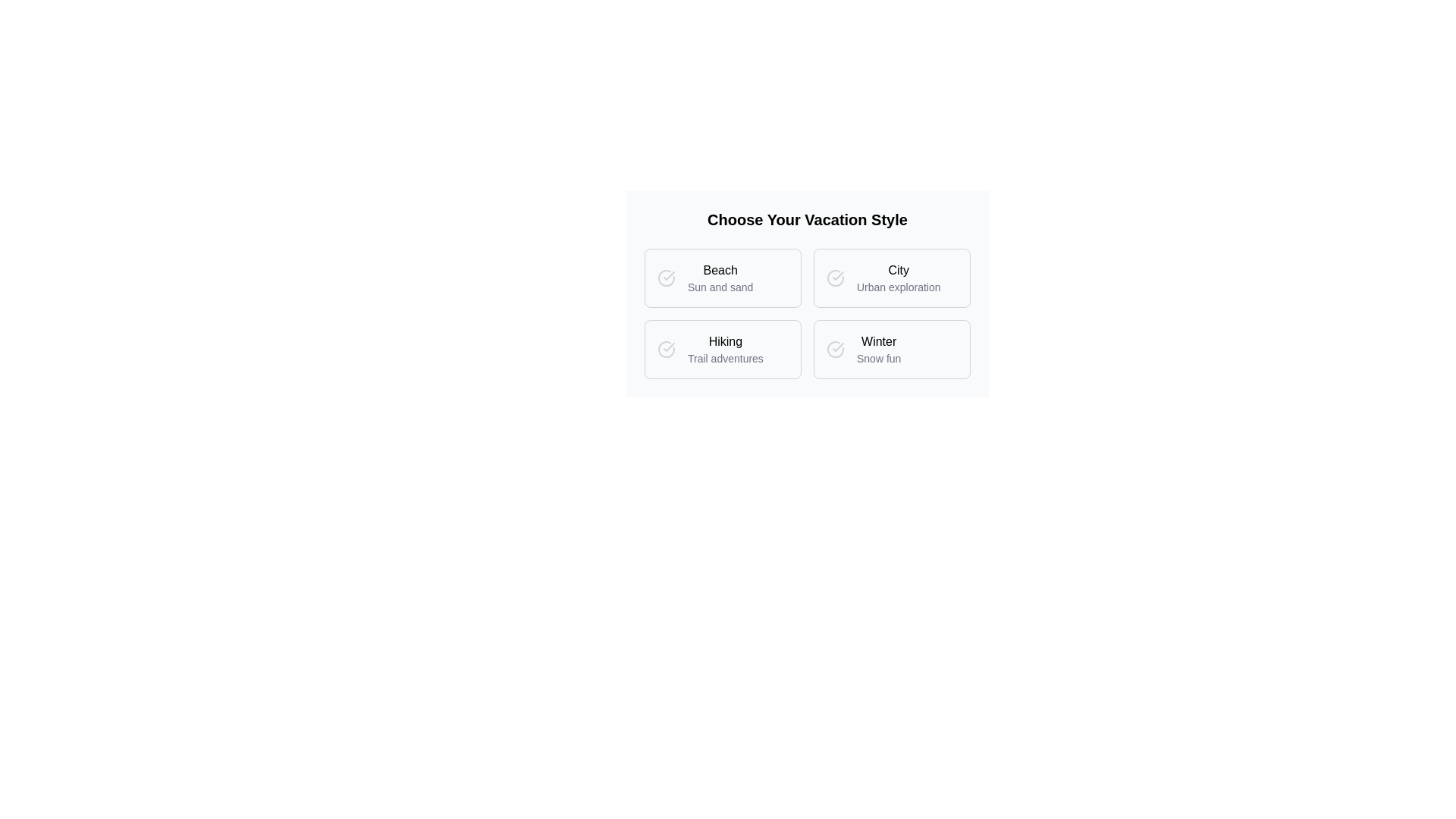 The height and width of the screenshot is (819, 1456). Describe the element at coordinates (899, 278) in the screenshot. I see `the selectable option for the category 'City', which describes 'Urban exploration', located in the second position of the top row within a 2x2 grid layout` at that location.